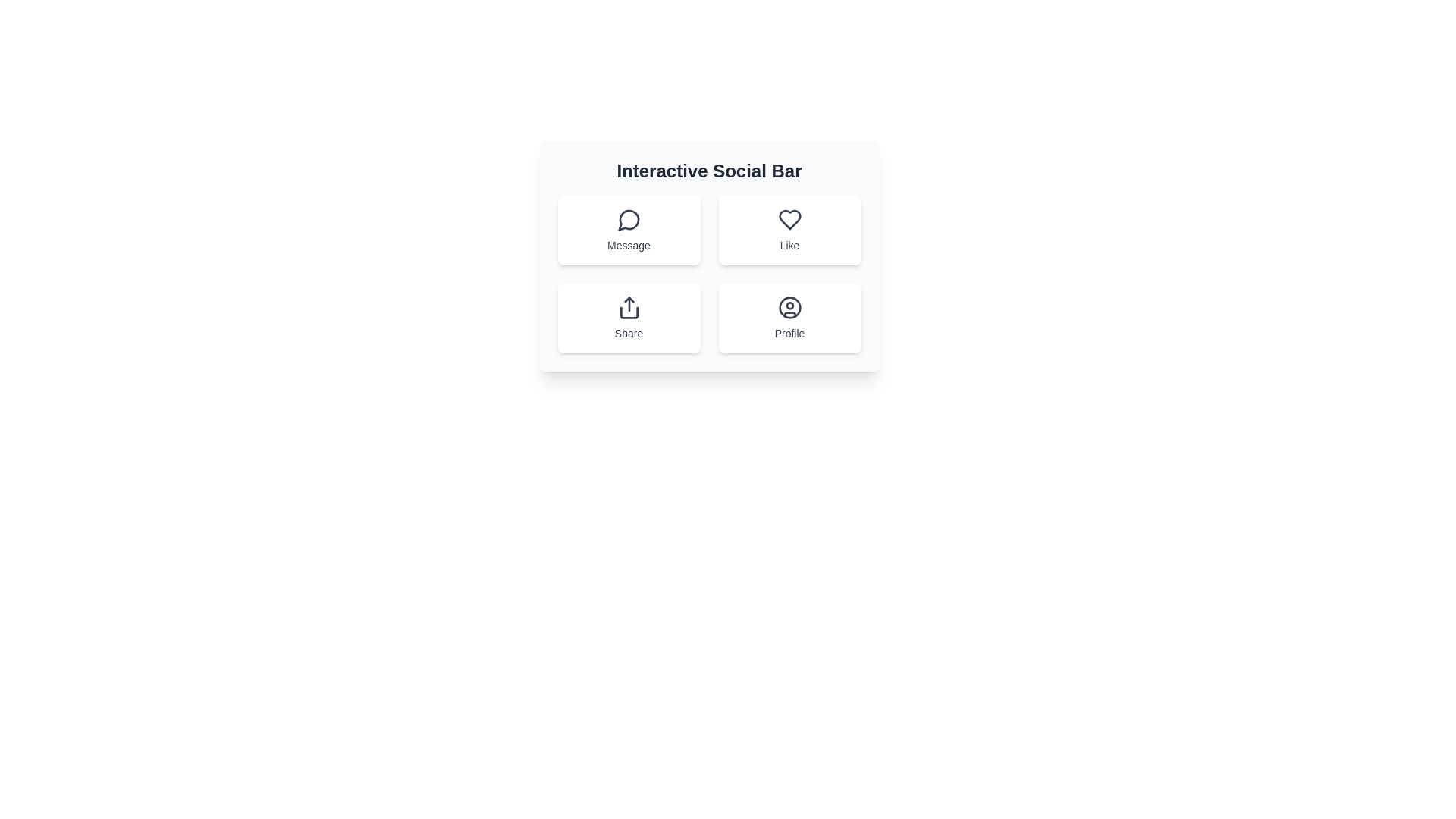 The width and height of the screenshot is (1456, 819). What do you see at coordinates (789, 219) in the screenshot?
I see `the heart icon with a hollow design and dark outline, located above the 'Like' text in the top-right quadrant of the interactive social bar` at bounding box center [789, 219].